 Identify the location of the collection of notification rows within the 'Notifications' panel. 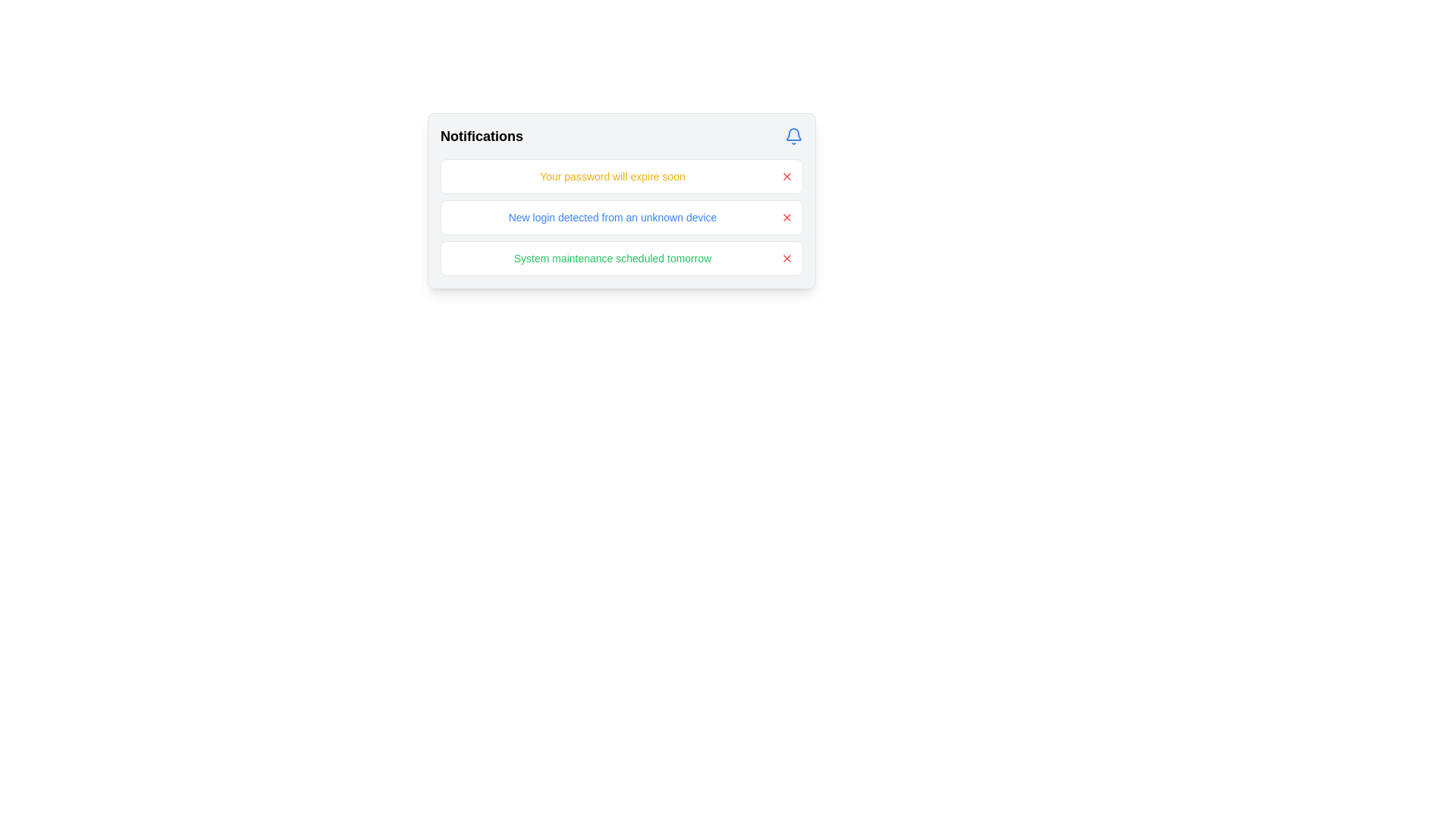
(622, 217).